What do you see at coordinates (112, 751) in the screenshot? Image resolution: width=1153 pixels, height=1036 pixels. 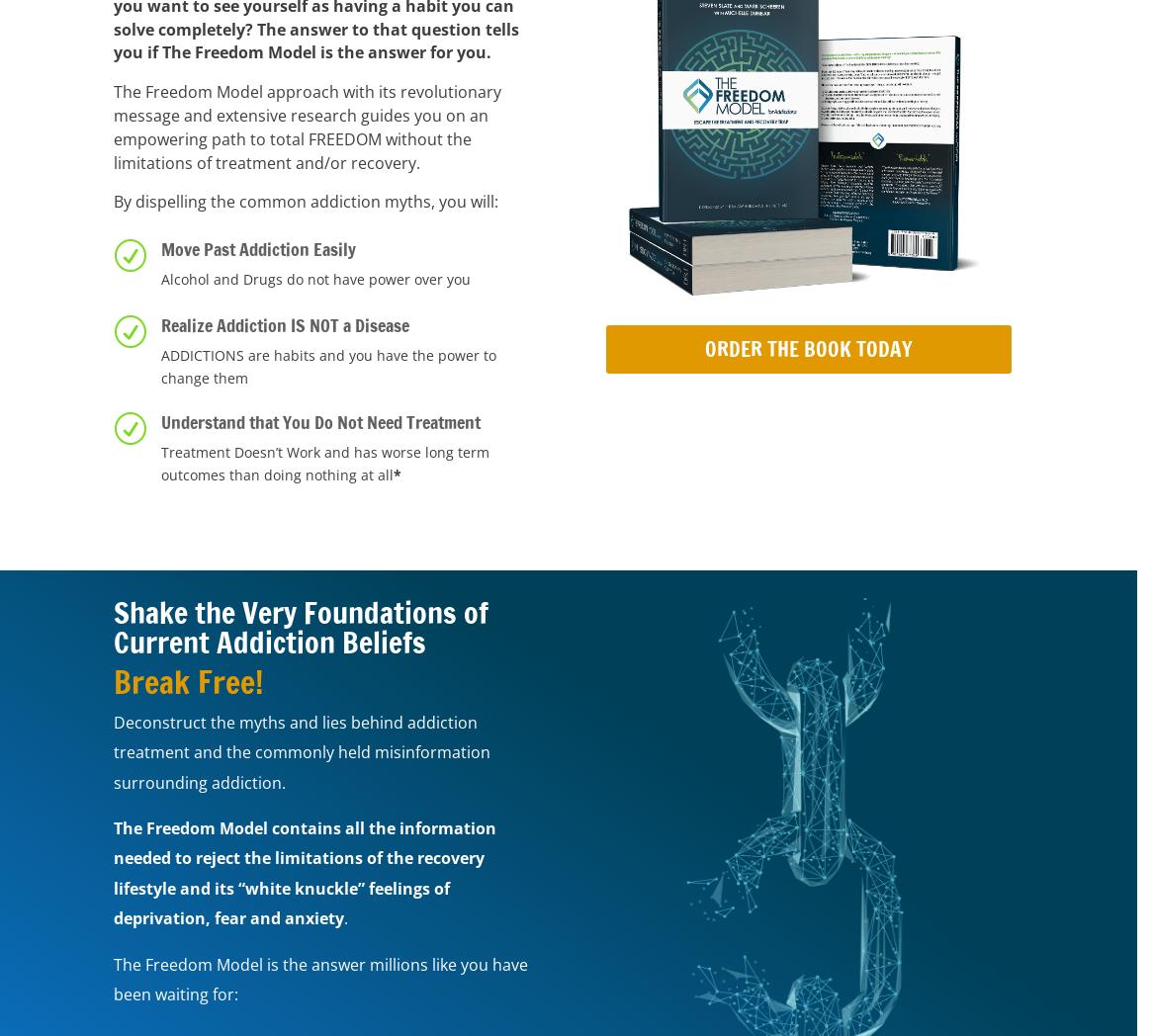 I see `'Deconstruct the myths and lies behind addiction treatment and the commonly held misinformation surrounding addiction.'` at bounding box center [112, 751].